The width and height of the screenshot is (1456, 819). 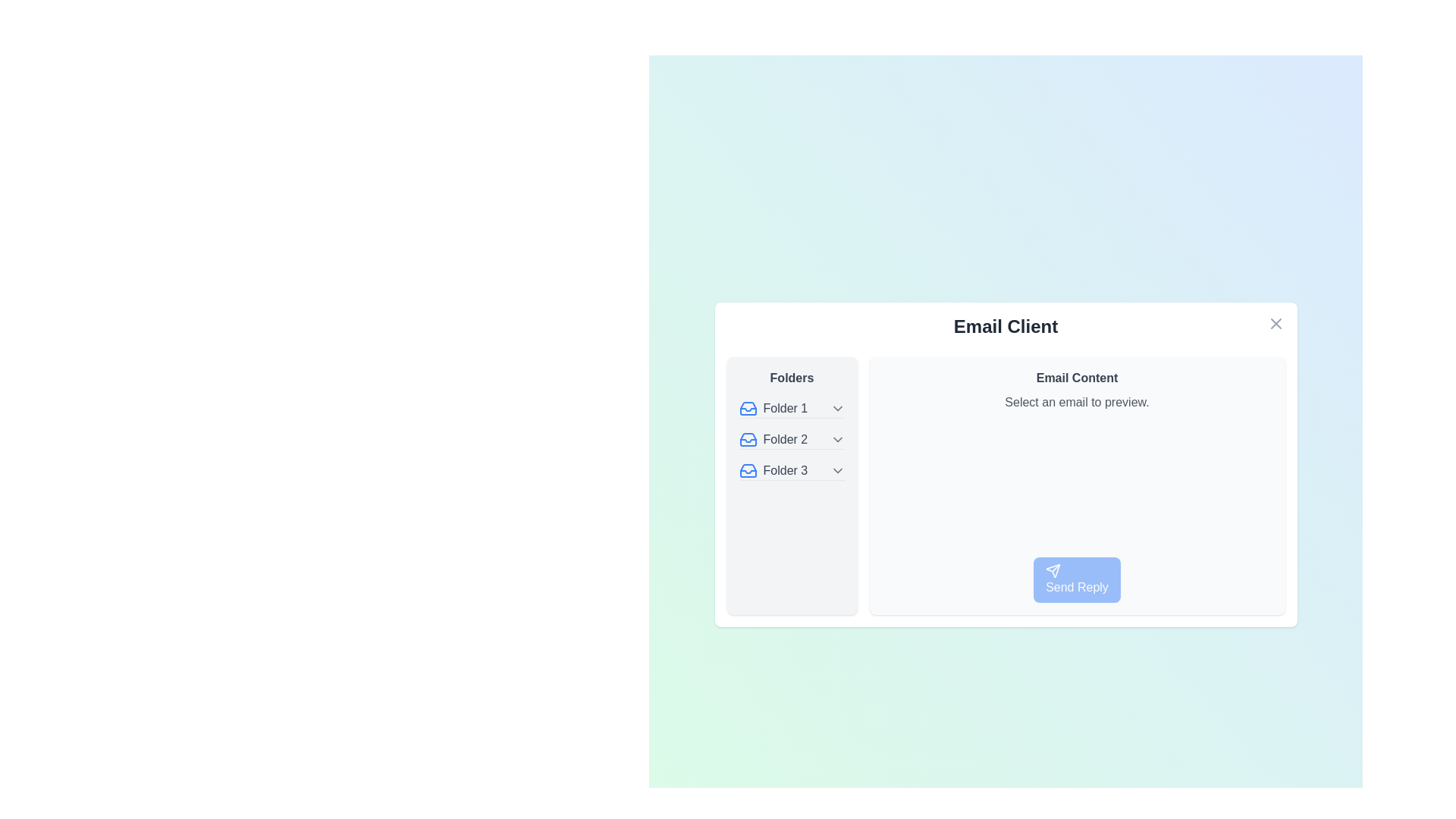 What do you see at coordinates (791, 439) in the screenshot?
I see `the second list item labeled 'Folder 2' in the sidebar panel` at bounding box center [791, 439].